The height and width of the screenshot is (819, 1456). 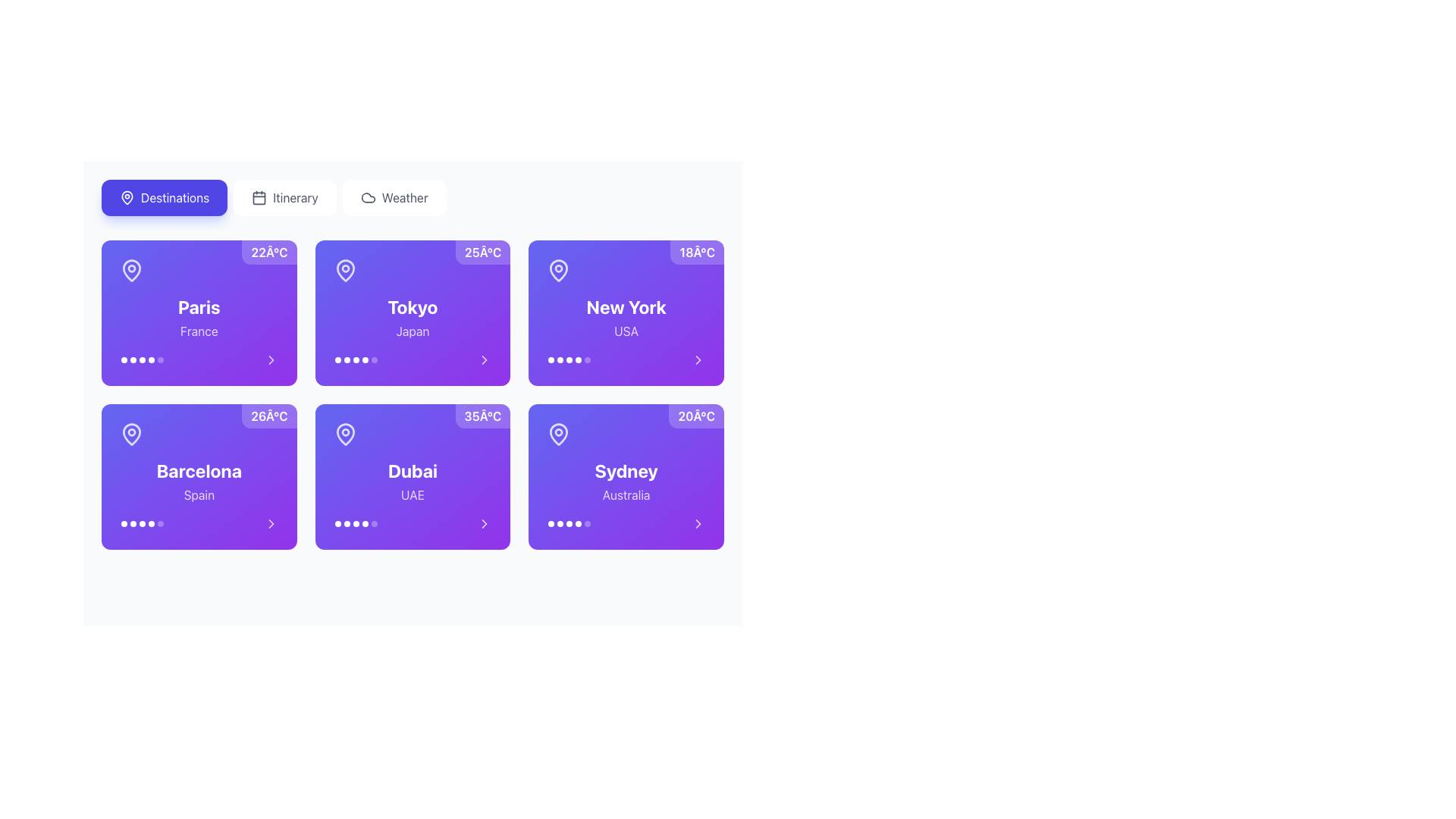 What do you see at coordinates (271, 522) in the screenshot?
I see `the rightward-pointing chevron icon located in the lower-right corner of the purple card labeled 'Barcelona, Spain'` at bounding box center [271, 522].